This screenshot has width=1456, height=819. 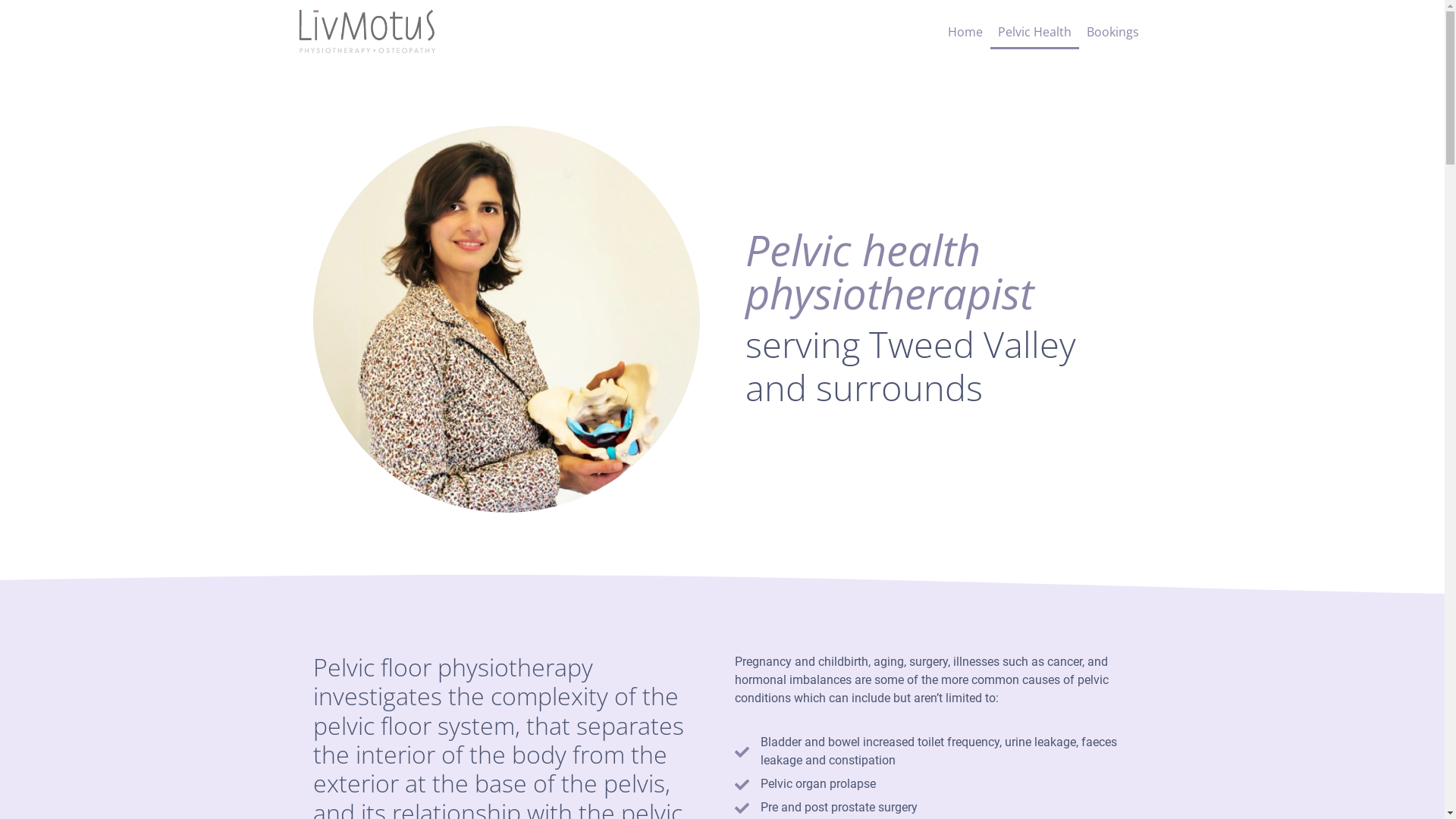 I want to click on 'Bookings', so click(x=1112, y=32).